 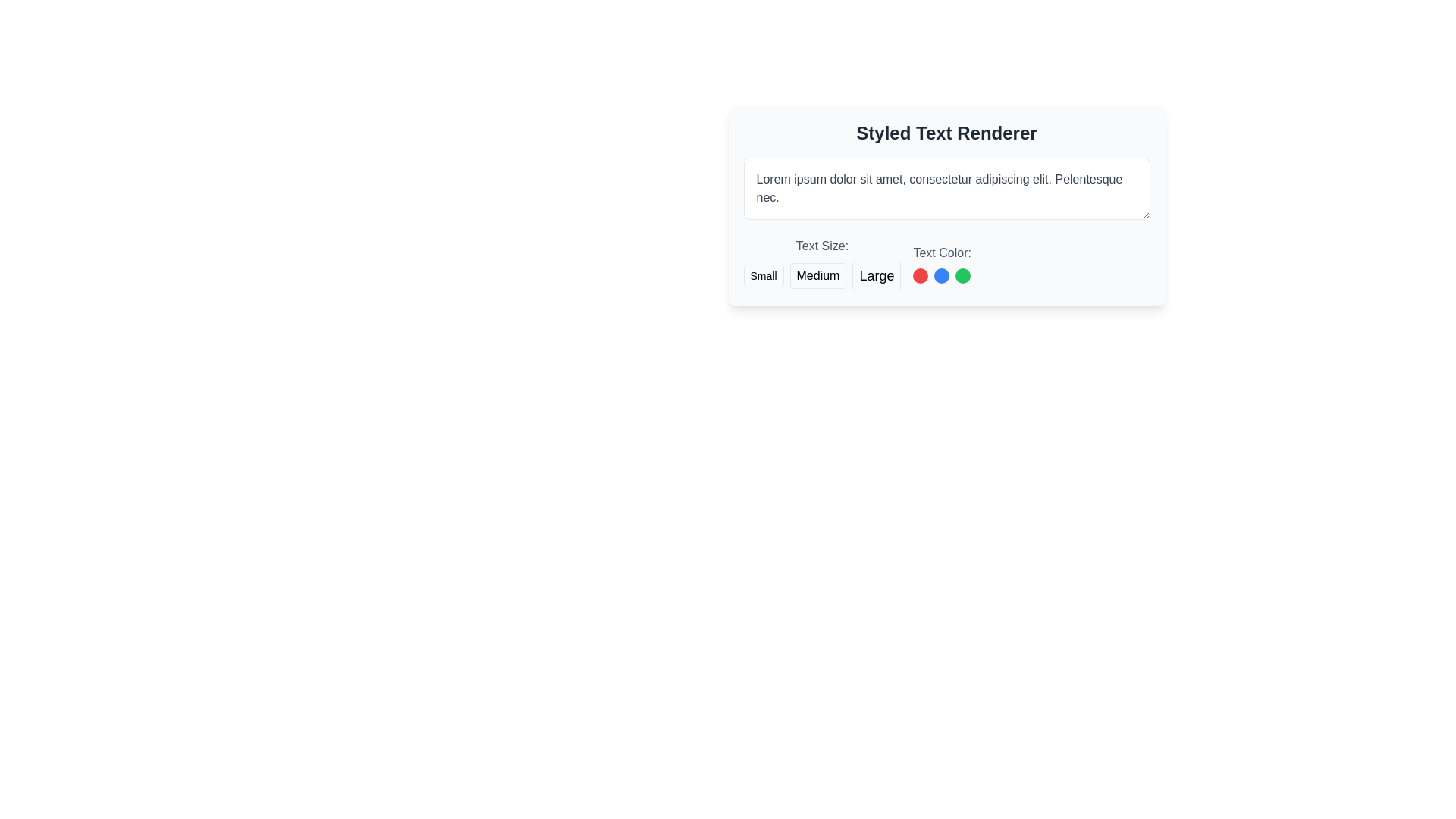 What do you see at coordinates (920, 275) in the screenshot?
I see `the circular red button, which is the first of three colored circles aligned horizontally next to the 'Text Color' label` at bounding box center [920, 275].